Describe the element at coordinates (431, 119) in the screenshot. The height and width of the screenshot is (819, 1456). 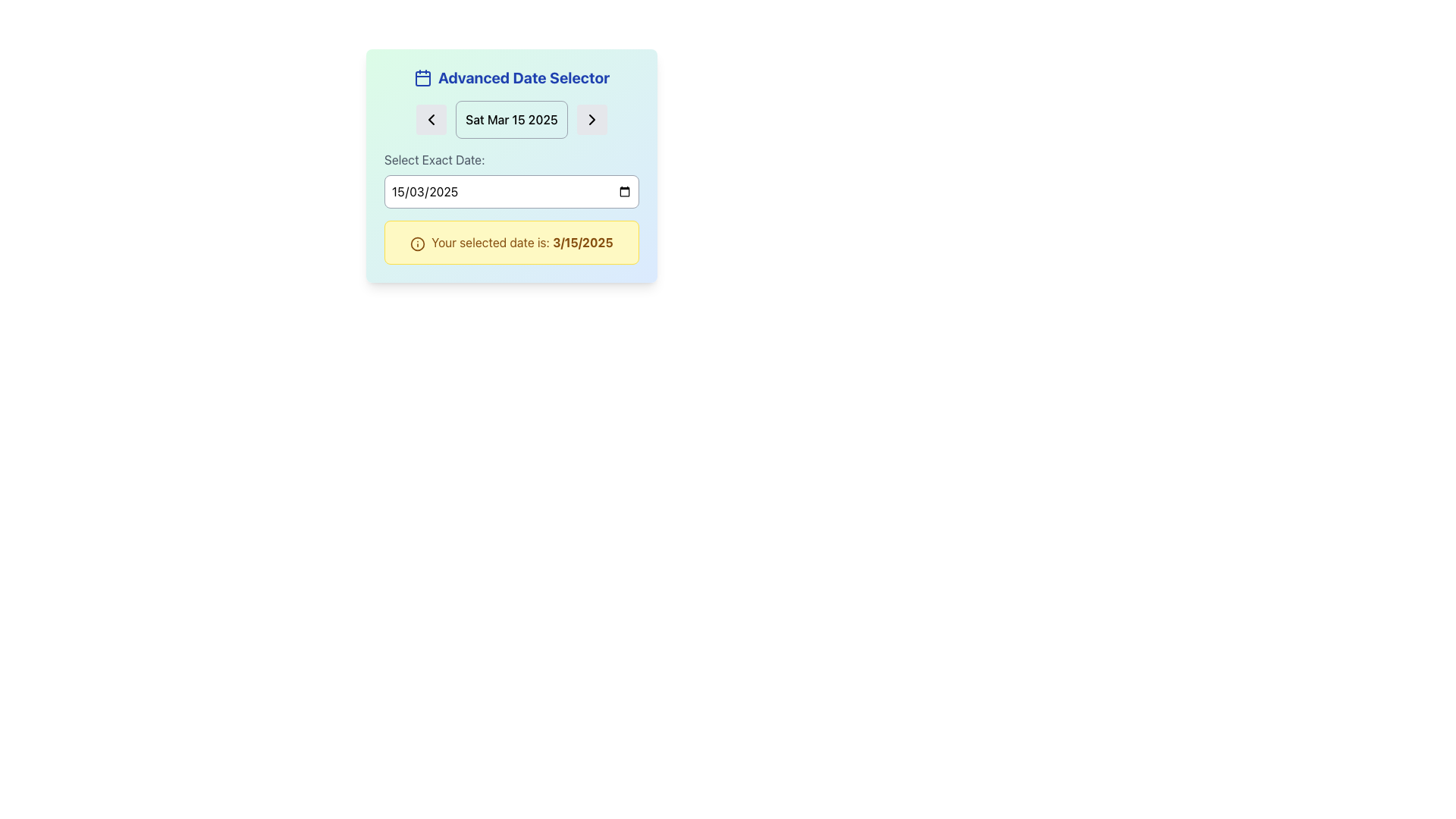
I see `the left-pointing chevron arrow icon within the circular button` at that location.